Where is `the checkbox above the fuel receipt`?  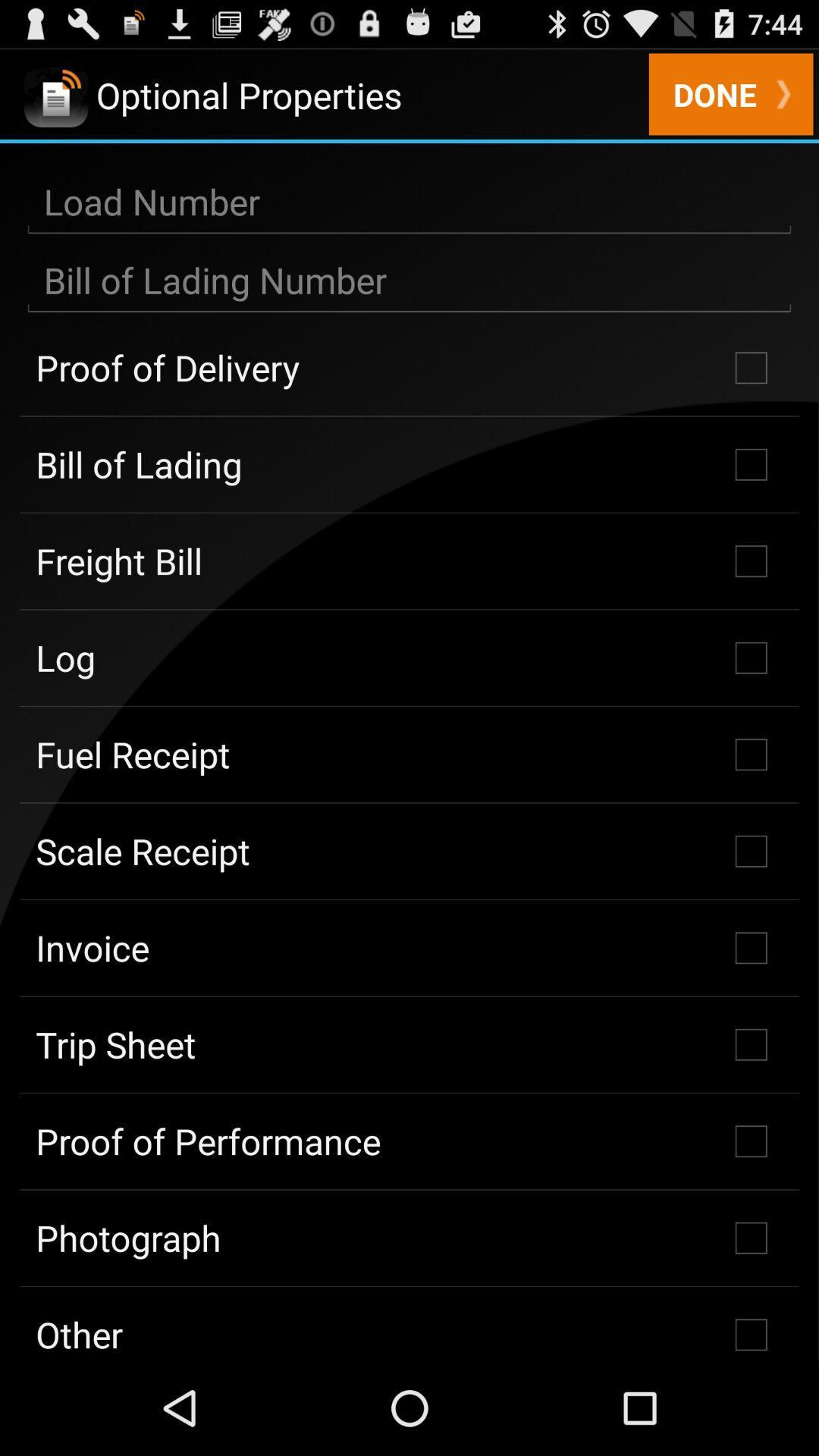
the checkbox above the fuel receipt is located at coordinates (409, 657).